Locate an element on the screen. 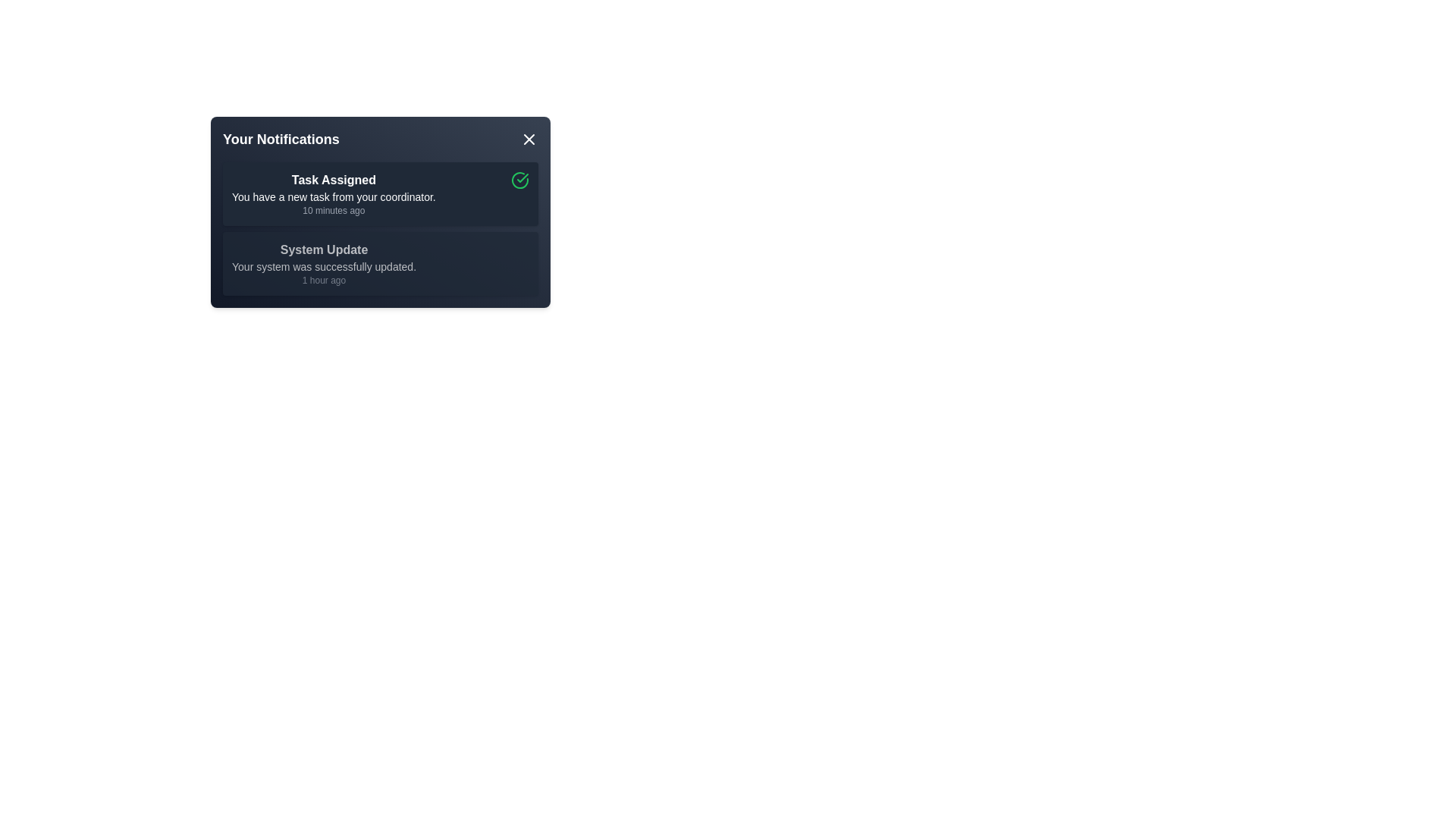 This screenshot has width=1456, height=819. the text label displaying '10 minutes ago', which is located below the 'Task Assigned' title and above the notification description is located at coordinates (333, 210).